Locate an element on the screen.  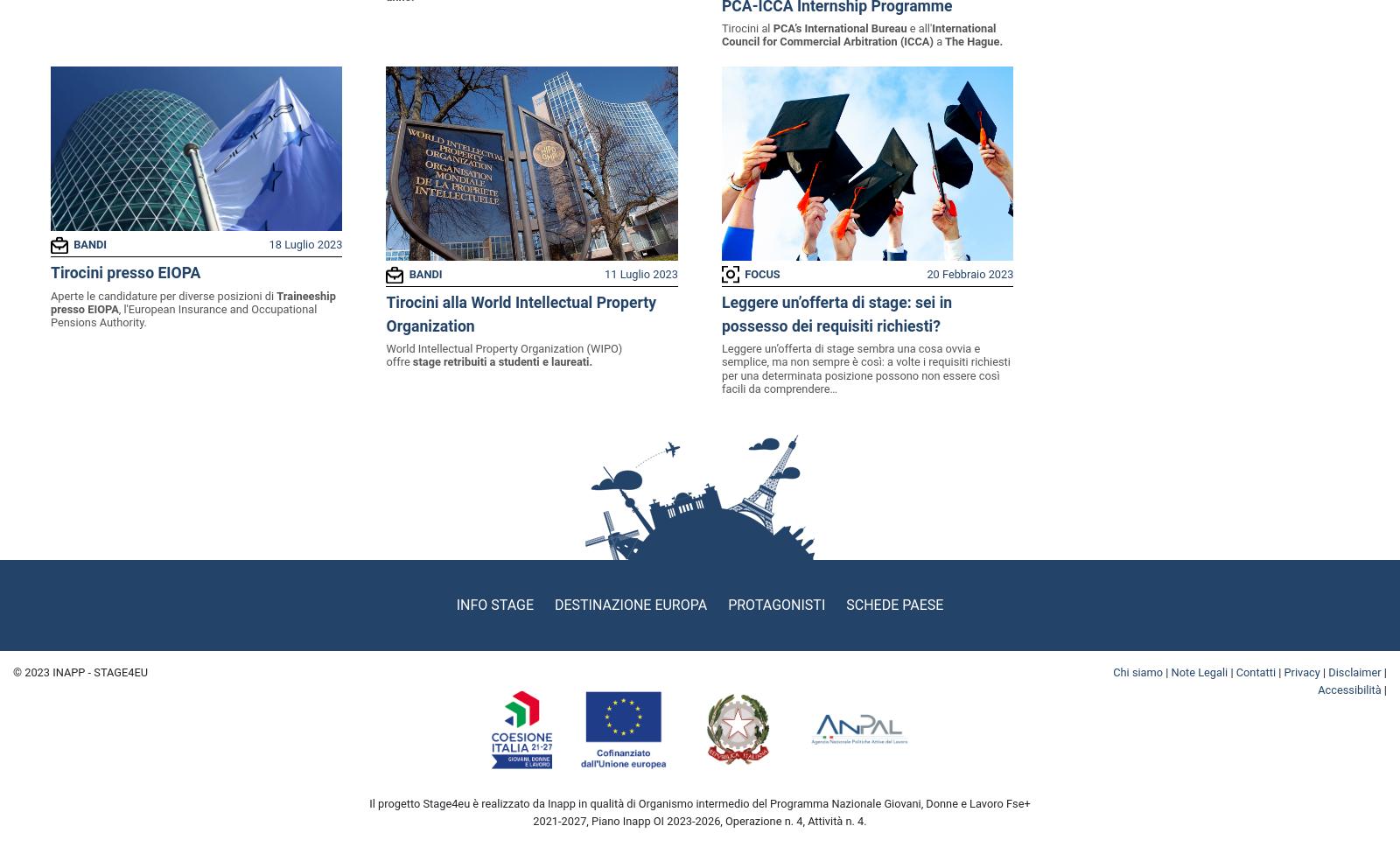
'Il progetto Stage4eu è realizzato da Inapp in qualità di Organismo intermedio del Programma Nazionale Giovani, Donne e Lavoro Fse+ 2021-2027, Piano Inapp OI 2023-2026, Operazione n. 4, Attività n. 4.' is located at coordinates (699, 812).